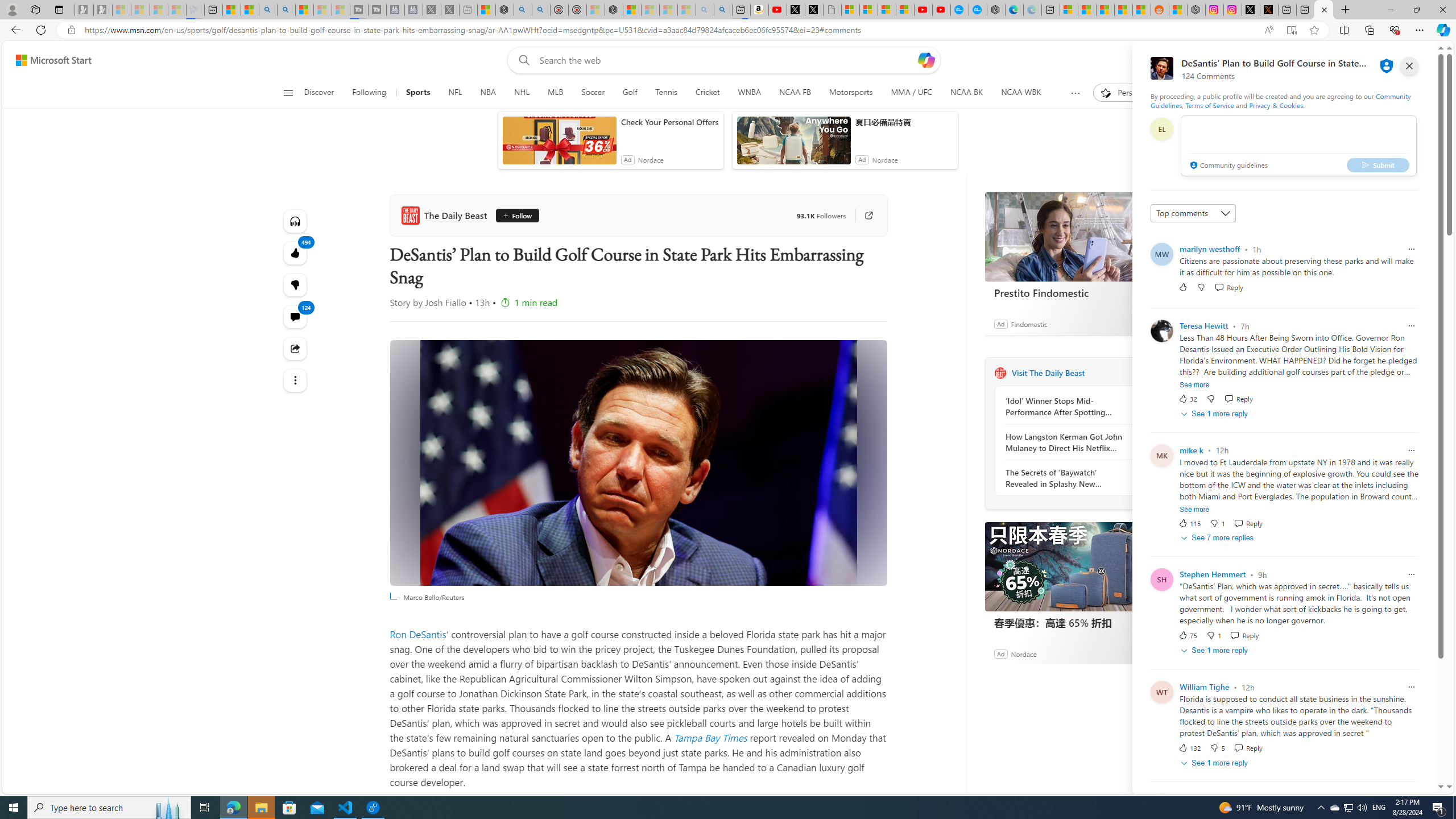 Image resolution: width=1456 pixels, height=819 pixels. What do you see at coordinates (1020, 92) in the screenshot?
I see `'NCAA WBK'` at bounding box center [1020, 92].